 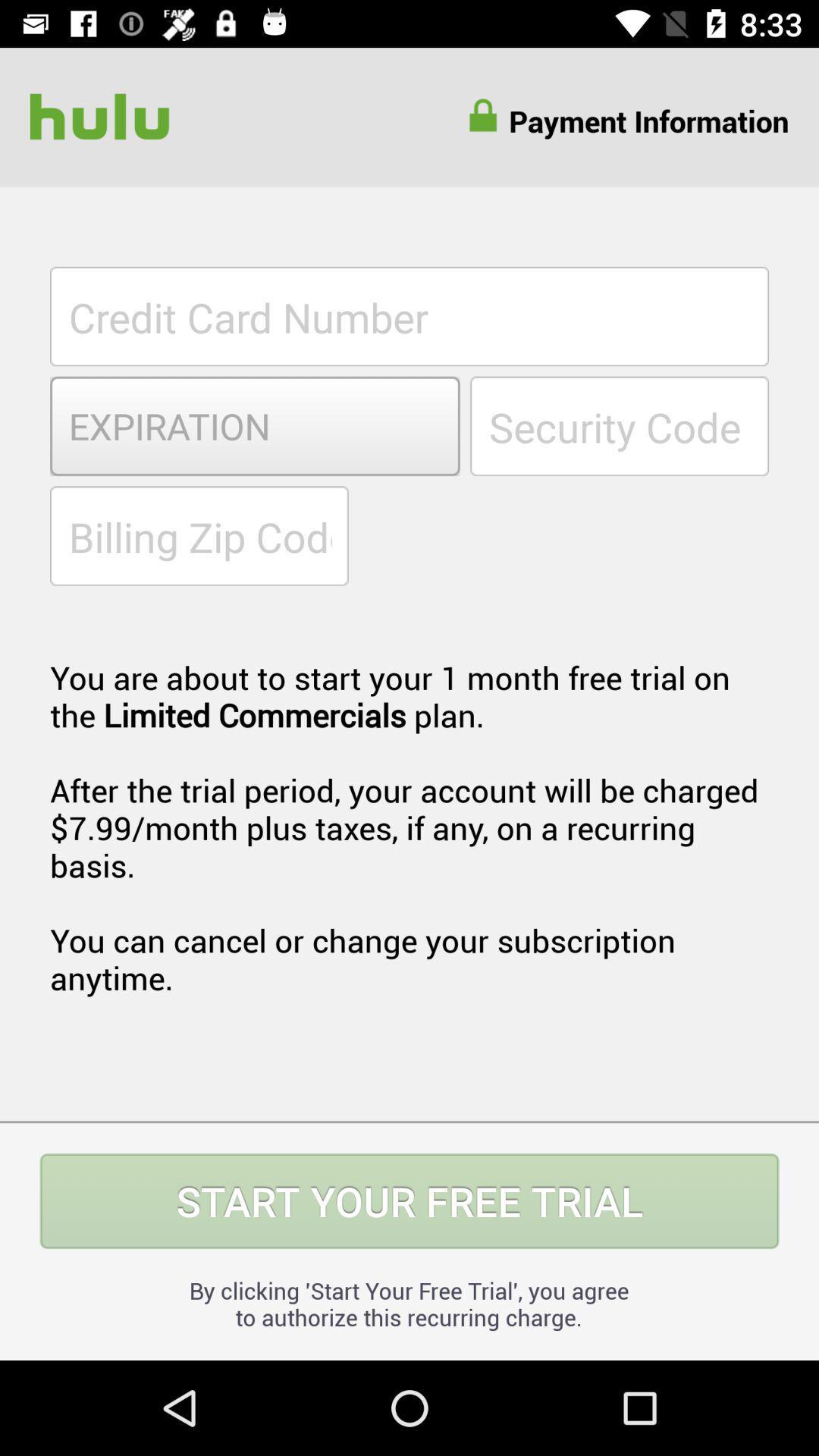 I want to click on the item above expiration item, so click(x=409, y=315).